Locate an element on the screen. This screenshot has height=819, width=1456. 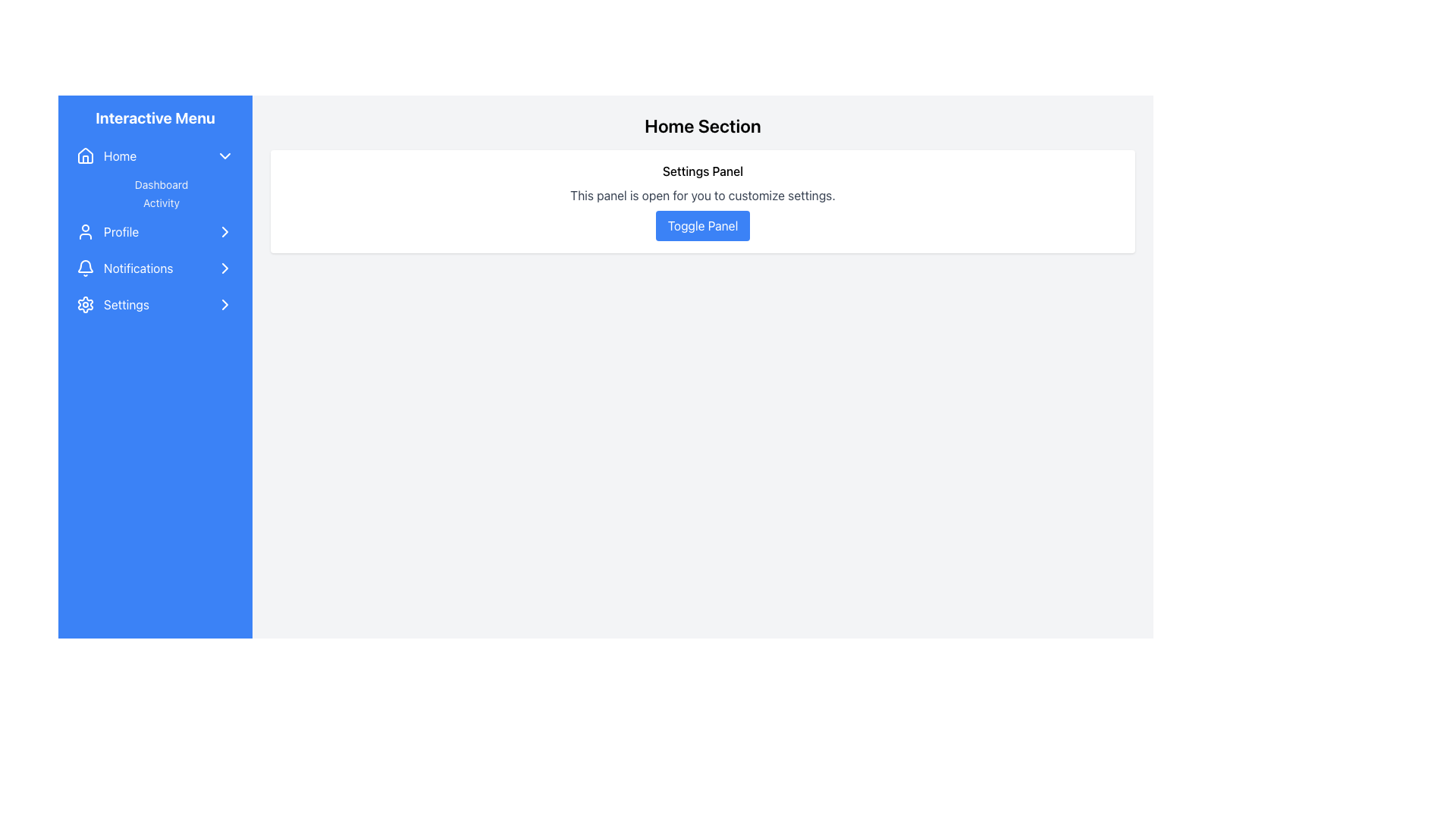
the right-facing arrow icon located at the far-right edge of the 'Profile' menu item is located at coordinates (224, 231).